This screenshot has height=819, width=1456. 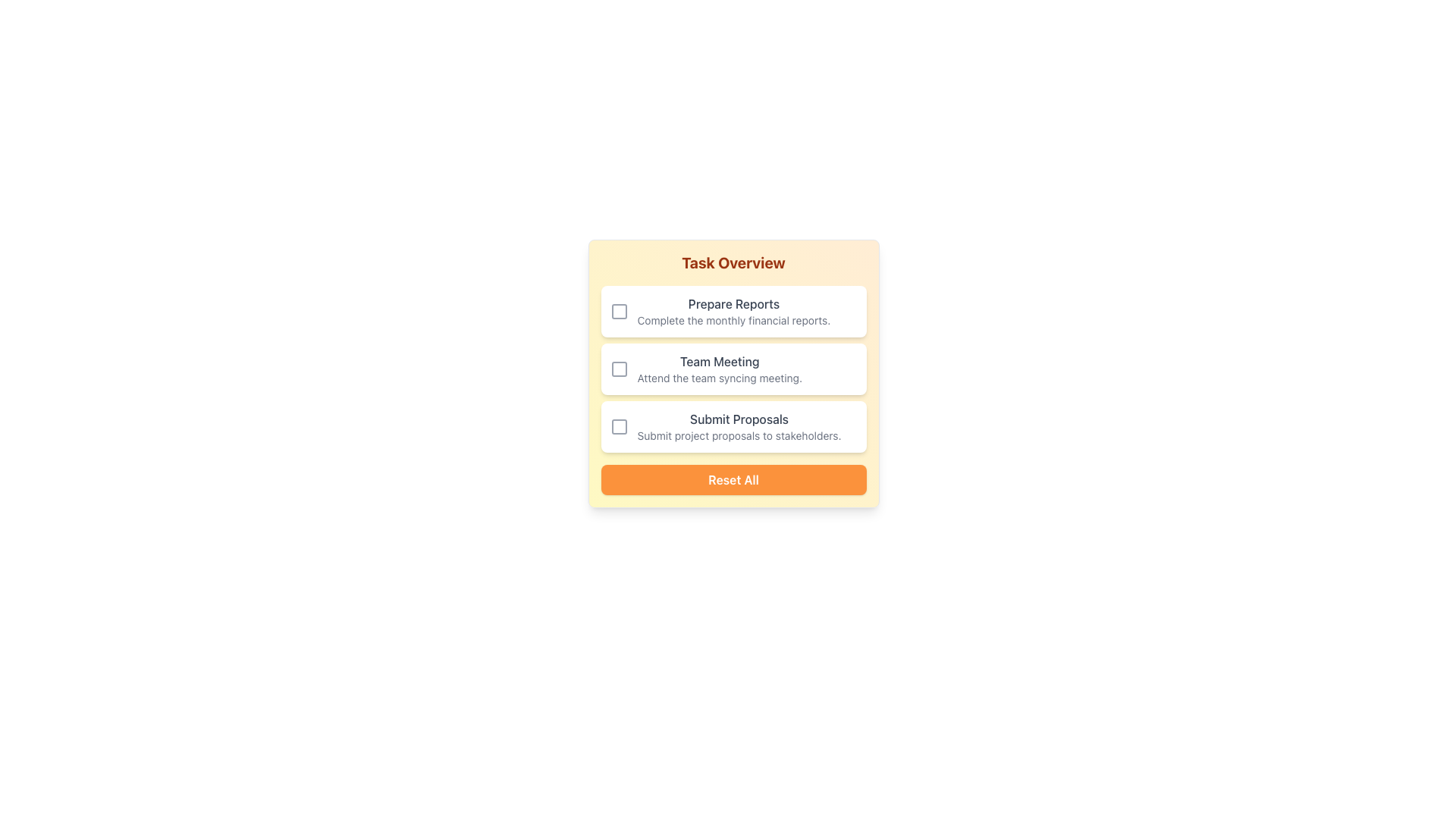 I want to click on the static text that provides clarification about the 'Team Meeting' task, located directly below the heading in a vertically stacked arrangement, so click(x=719, y=377).